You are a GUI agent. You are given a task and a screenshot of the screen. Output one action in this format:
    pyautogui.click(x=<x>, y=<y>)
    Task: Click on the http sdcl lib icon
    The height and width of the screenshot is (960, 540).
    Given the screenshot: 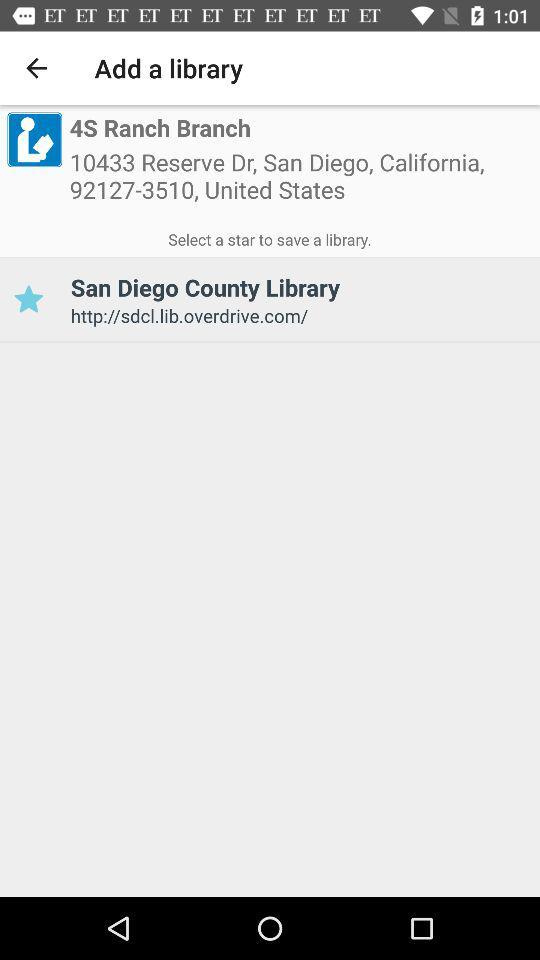 What is the action you would take?
    pyautogui.click(x=297, y=315)
    